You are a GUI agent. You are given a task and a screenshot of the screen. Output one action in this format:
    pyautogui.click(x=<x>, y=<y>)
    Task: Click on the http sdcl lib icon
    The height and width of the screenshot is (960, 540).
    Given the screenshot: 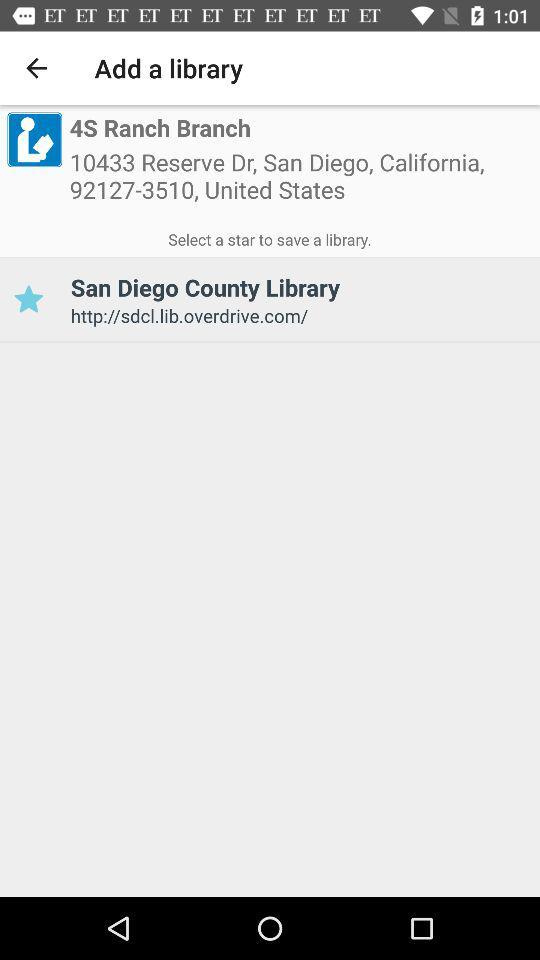 What is the action you would take?
    pyautogui.click(x=297, y=315)
    